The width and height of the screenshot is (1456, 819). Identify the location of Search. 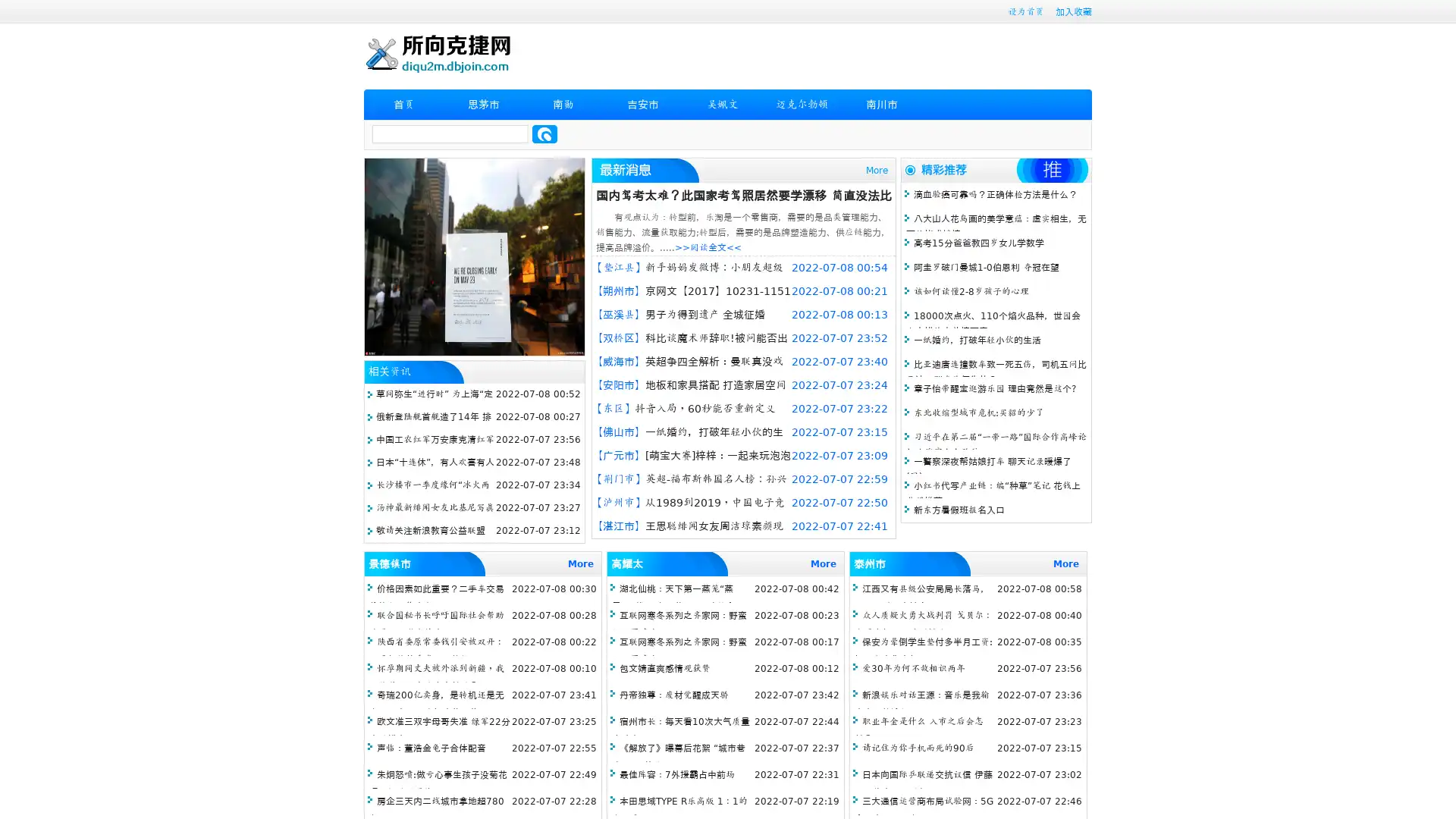
(544, 133).